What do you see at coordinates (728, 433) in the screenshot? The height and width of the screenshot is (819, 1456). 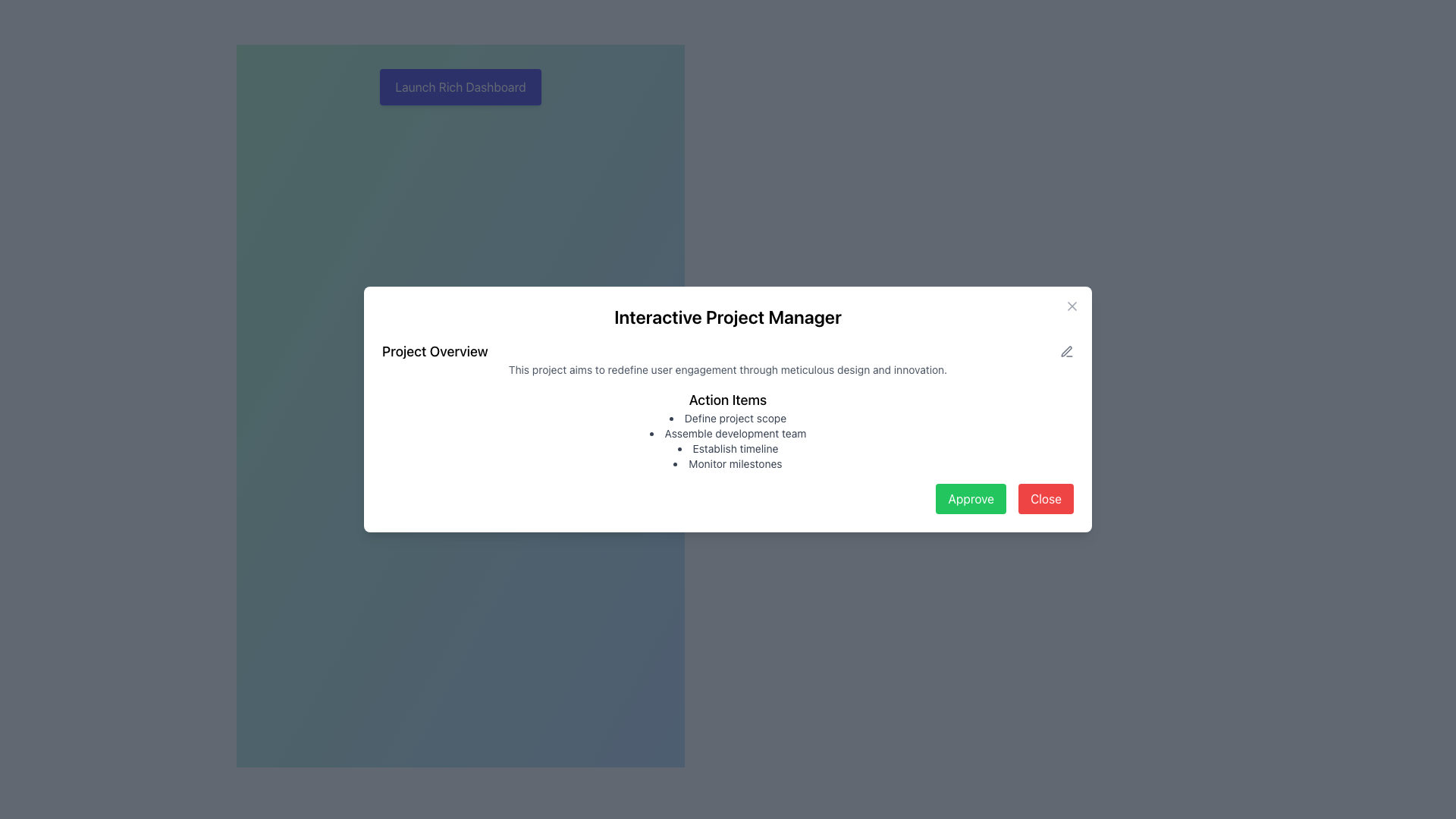 I see `the bullet point text reading 'Assemble development team', which is the second item in the list under 'Action Items'` at bounding box center [728, 433].